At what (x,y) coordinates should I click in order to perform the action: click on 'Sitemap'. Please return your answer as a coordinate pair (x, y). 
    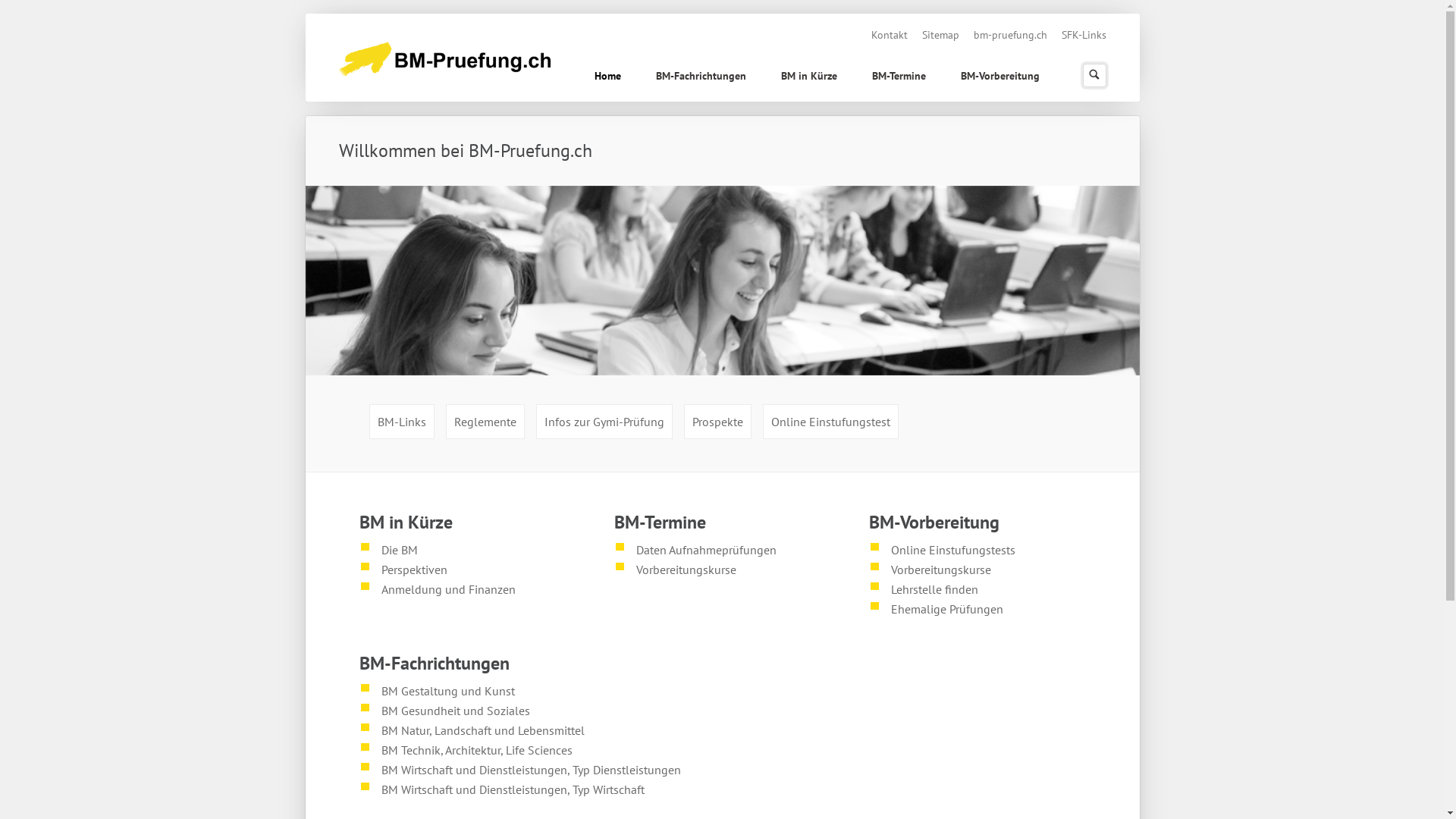
    Looking at the image, I should click on (940, 34).